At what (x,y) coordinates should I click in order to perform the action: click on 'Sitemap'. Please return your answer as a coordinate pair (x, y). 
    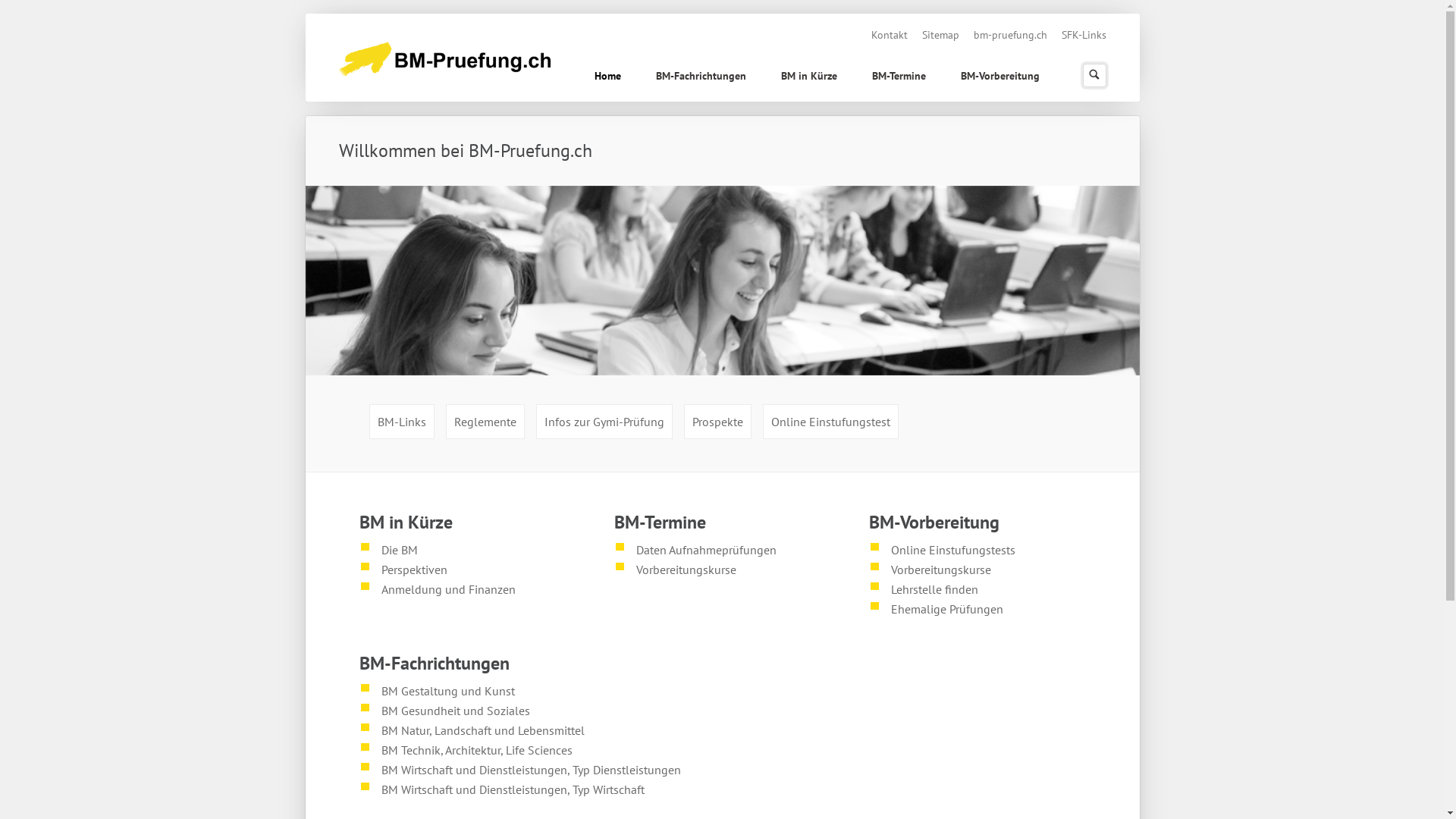
    Looking at the image, I should click on (940, 34).